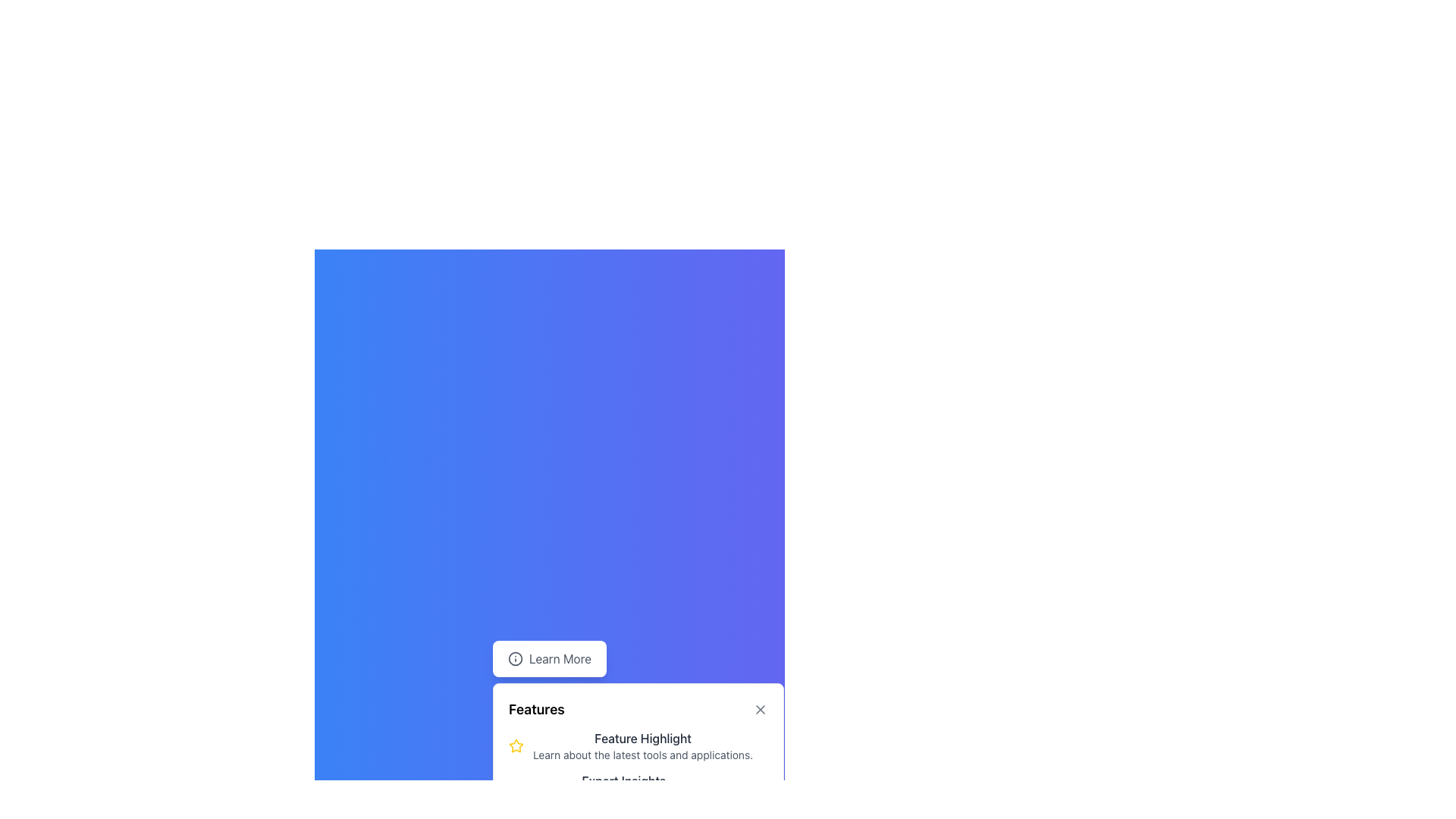  Describe the element at coordinates (643, 755) in the screenshot. I see `the Text Label located below the 'Feature Highlight' title, which serves to attract user attention` at that location.